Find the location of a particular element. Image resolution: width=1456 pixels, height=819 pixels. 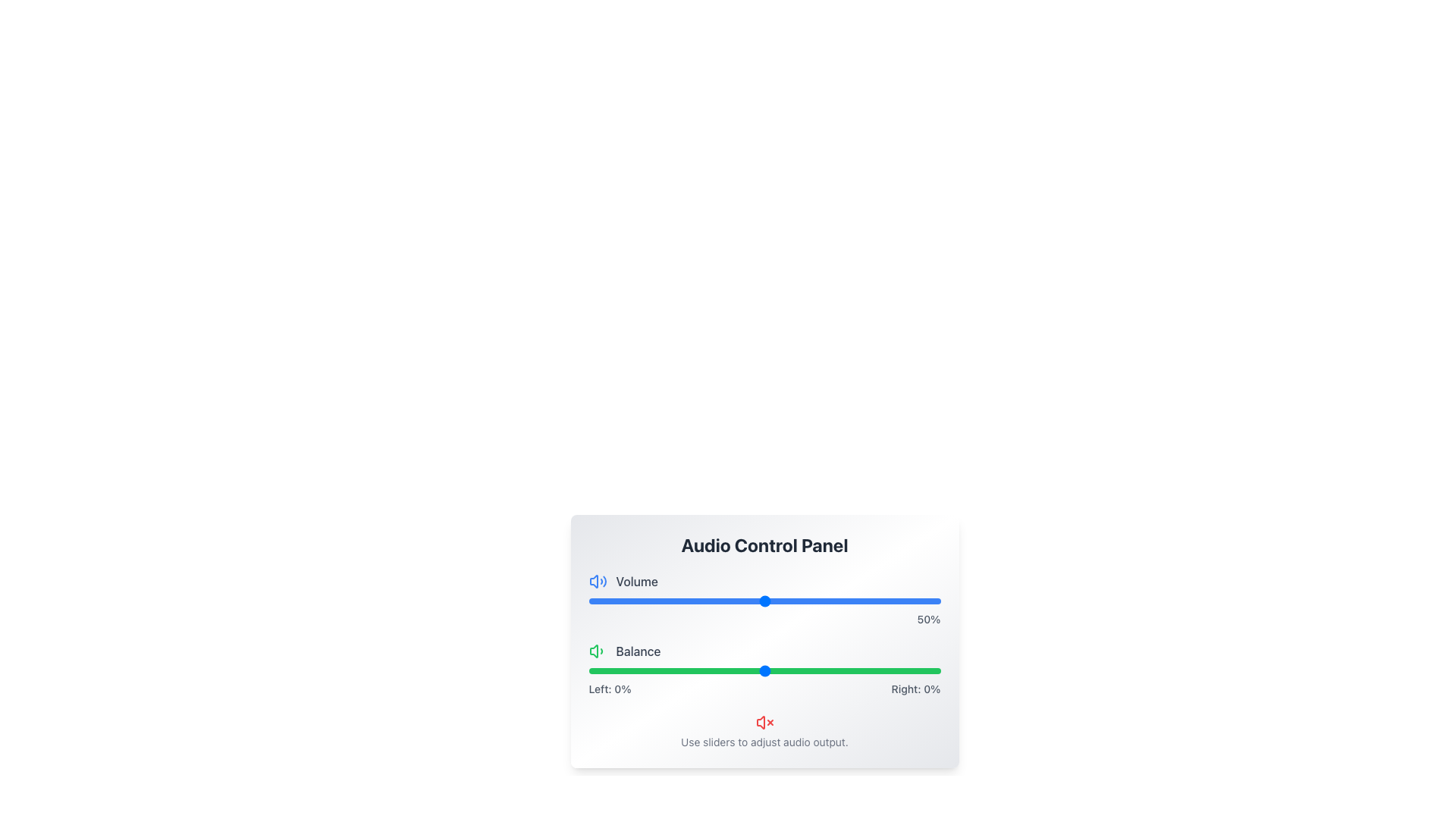

balance is located at coordinates (591, 670).